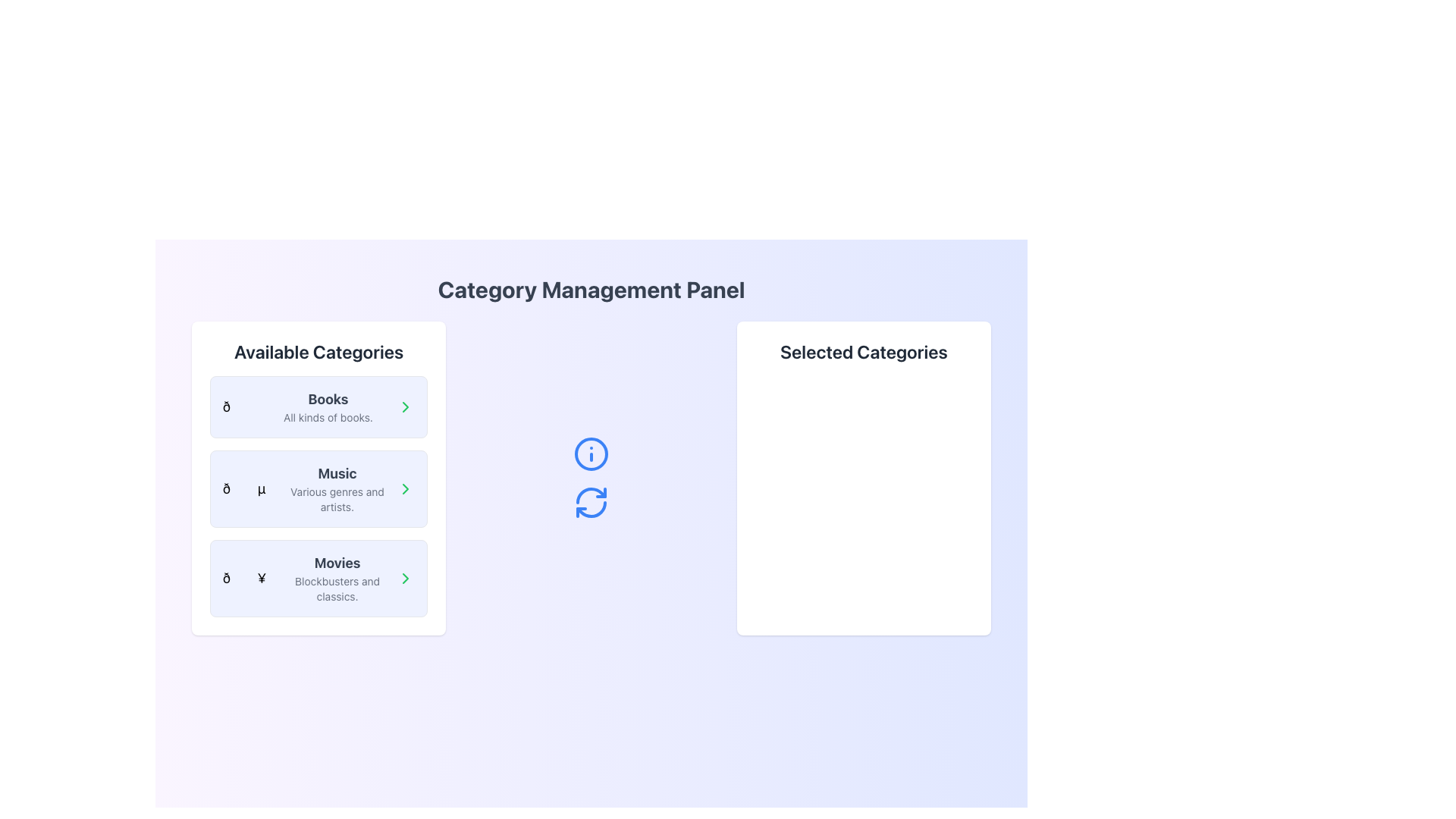 The image size is (1456, 819). What do you see at coordinates (590, 453) in the screenshot?
I see `the small circular blue icon that is part of an informational symbol near the center of the interface` at bounding box center [590, 453].